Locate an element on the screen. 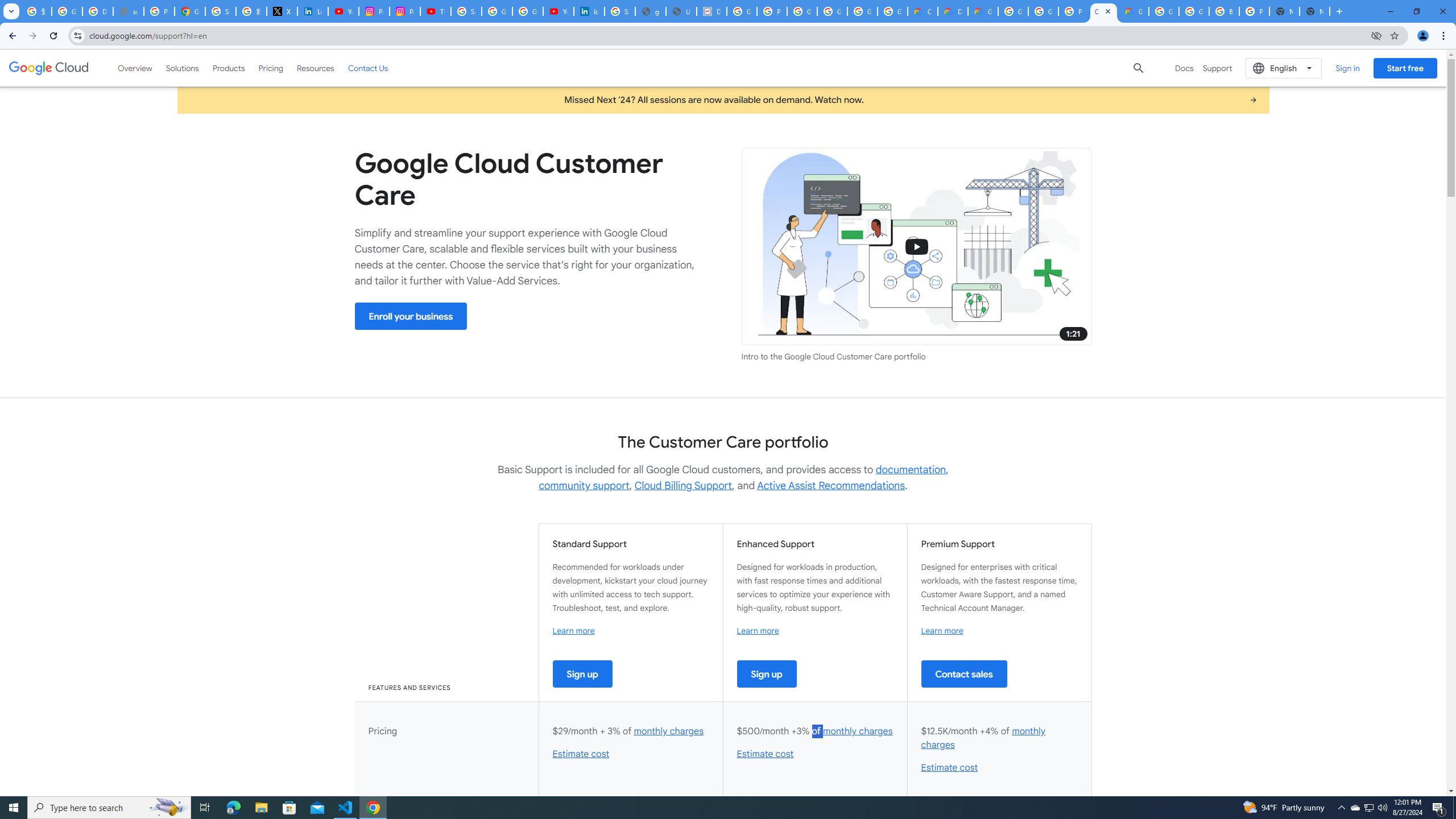  'Support illustration' is located at coordinates (916, 246).